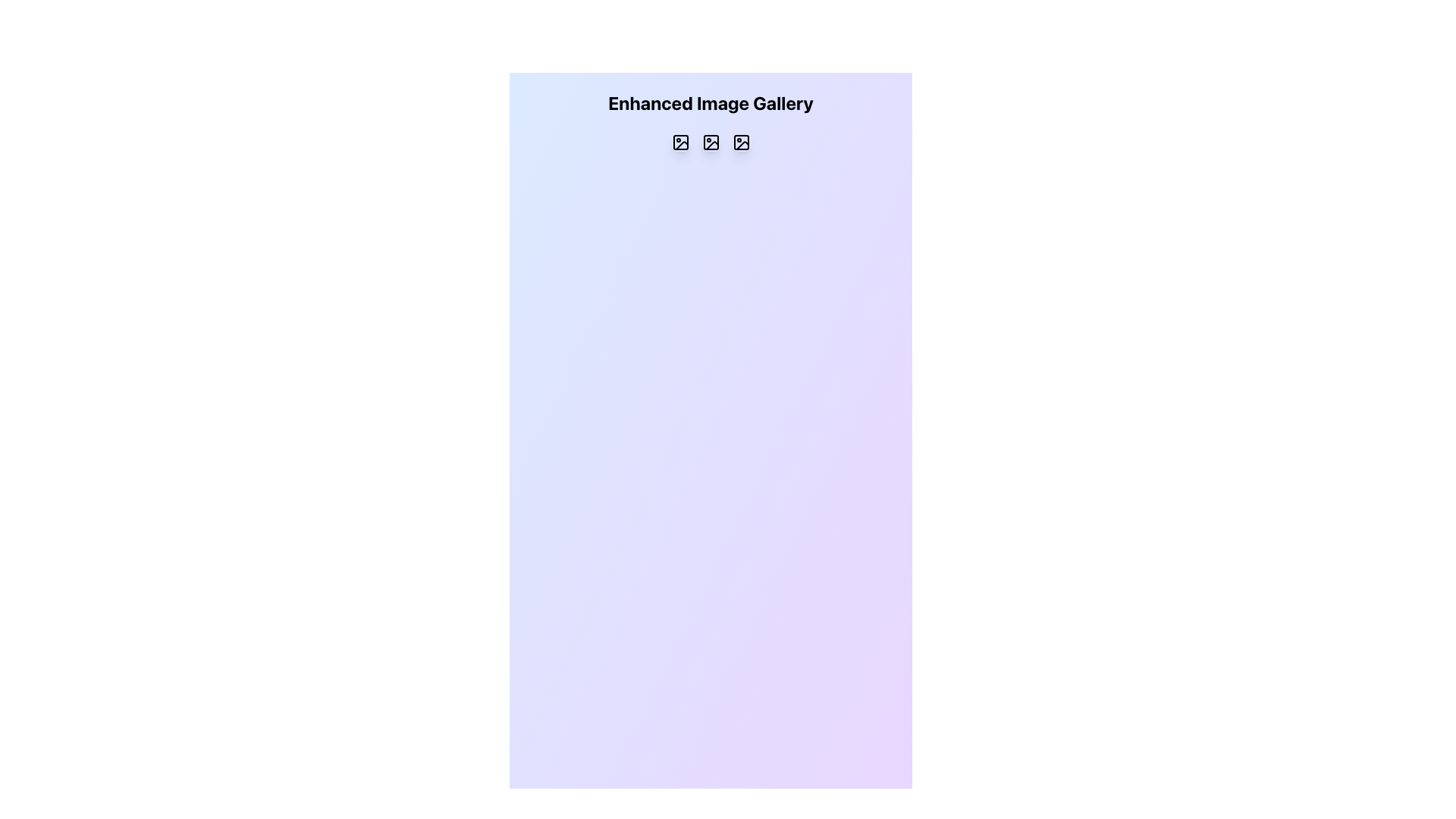 This screenshot has height=819, width=1456. I want to click on the small rectangular icon resembling an image frame, which is the third icon in the top row of the grid, to trigger the visual hover effect, so click(741, 143).